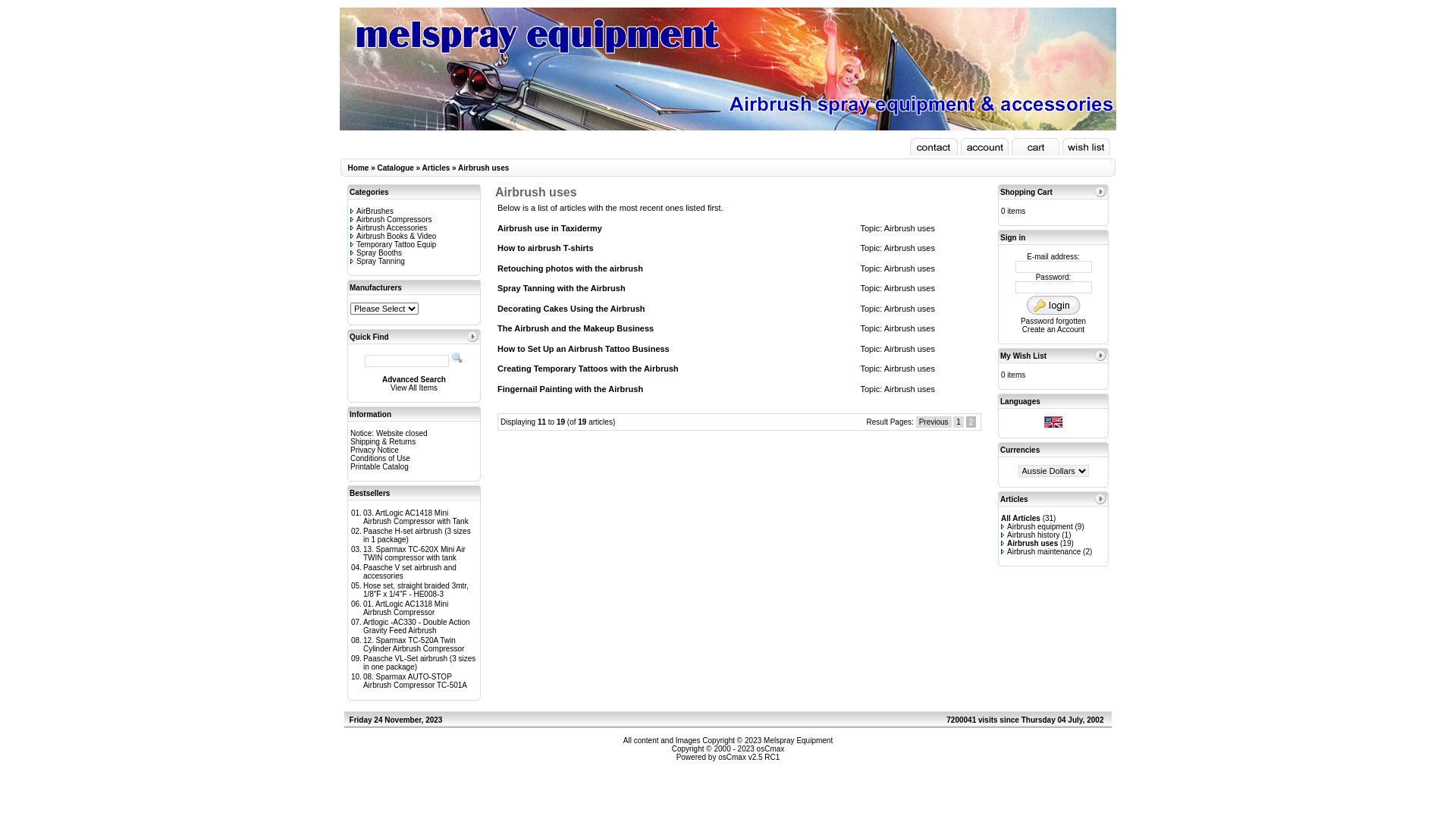 This screenshot has width=1456, height=819. What do you see at coordinates (395, 168) in the screenshot?
I see `'Catalogue'` at bounding box center [395, 168].